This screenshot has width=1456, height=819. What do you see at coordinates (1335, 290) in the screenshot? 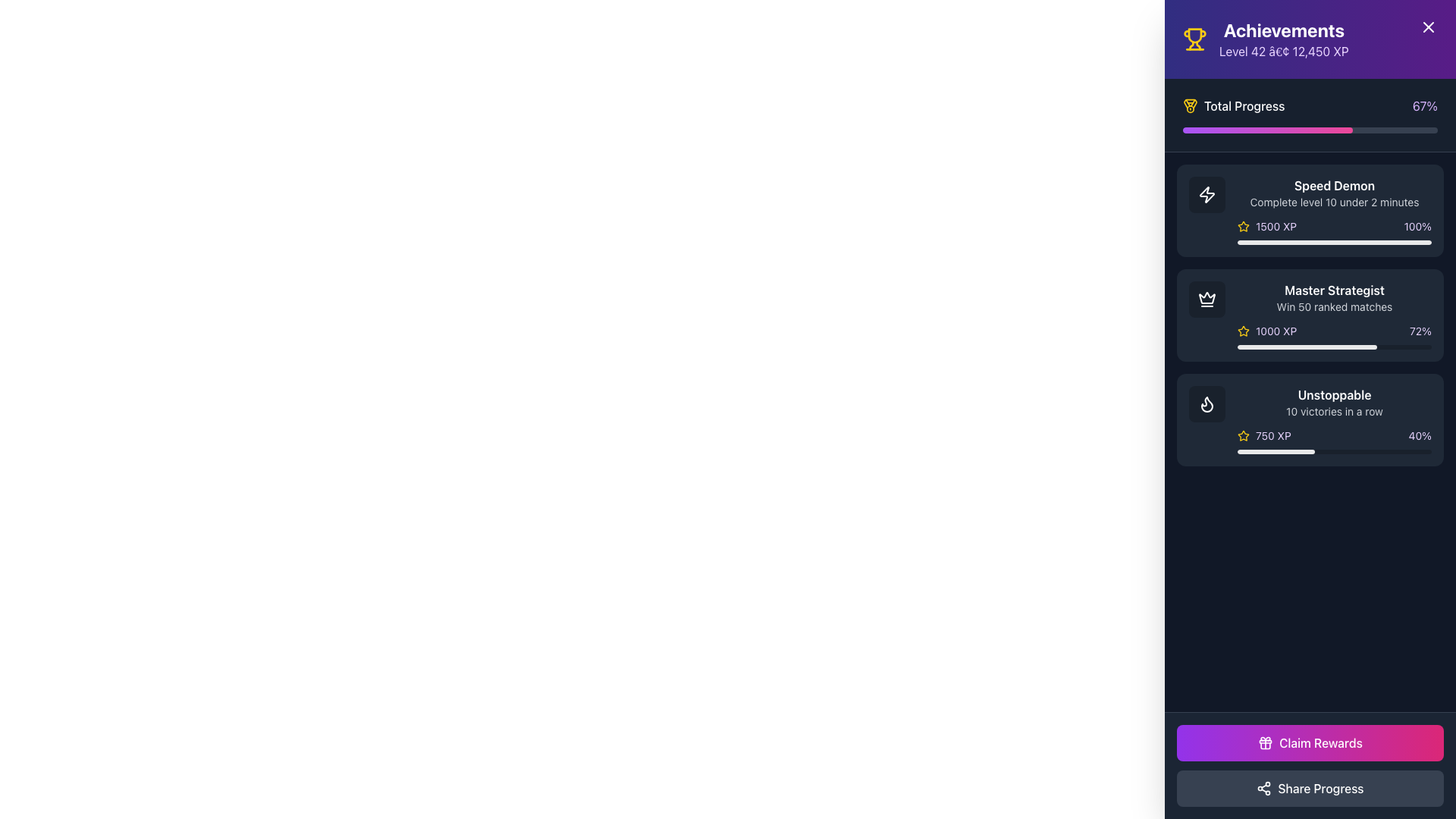
I see `displayed text from the achievement title label, which is centered horizontally near the top of the achievements panel's second section` at bounding box center [1335, 290].